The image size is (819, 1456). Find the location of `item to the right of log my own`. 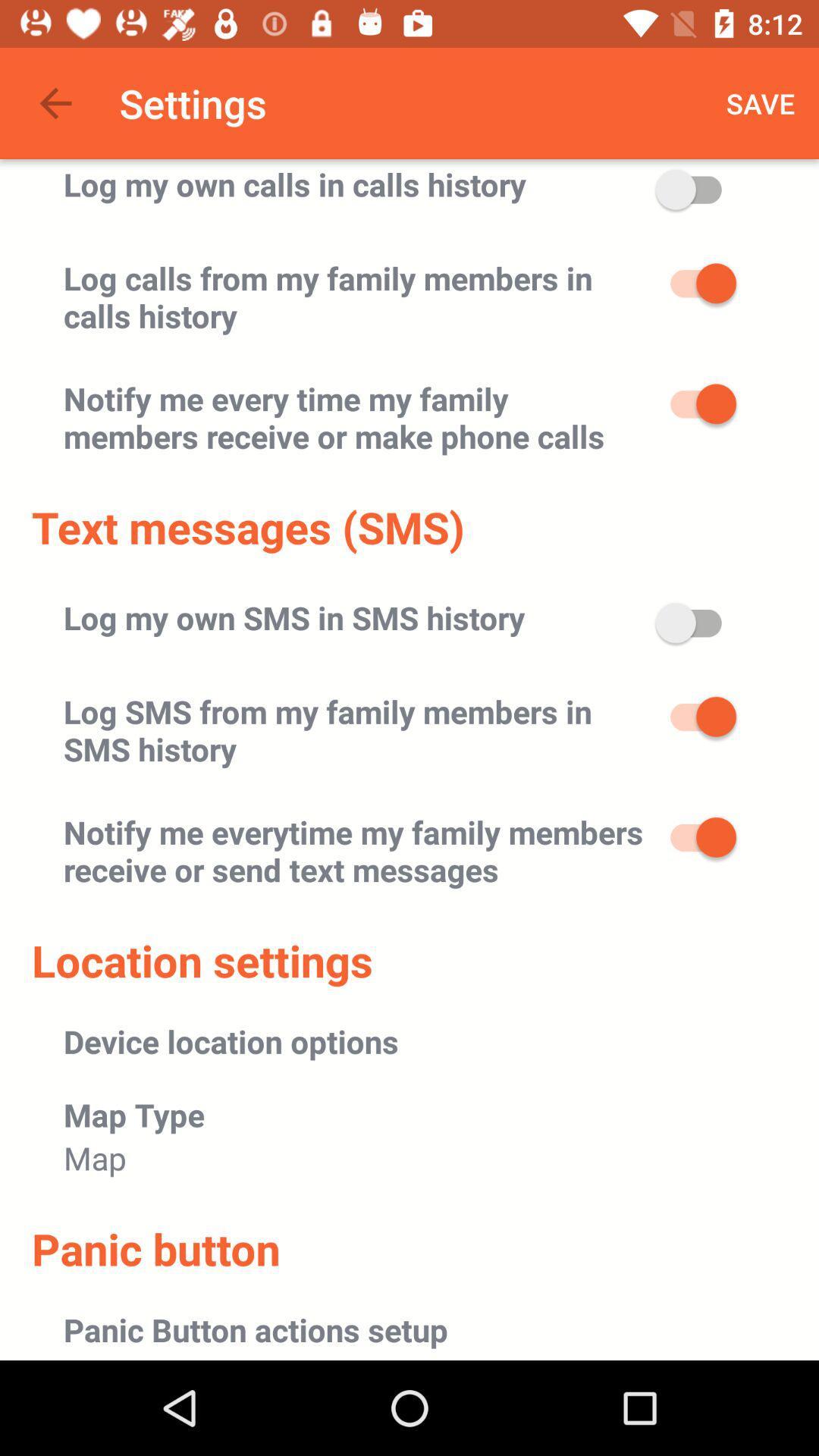

item to the right of log my own is located at coordinates (761, 102).